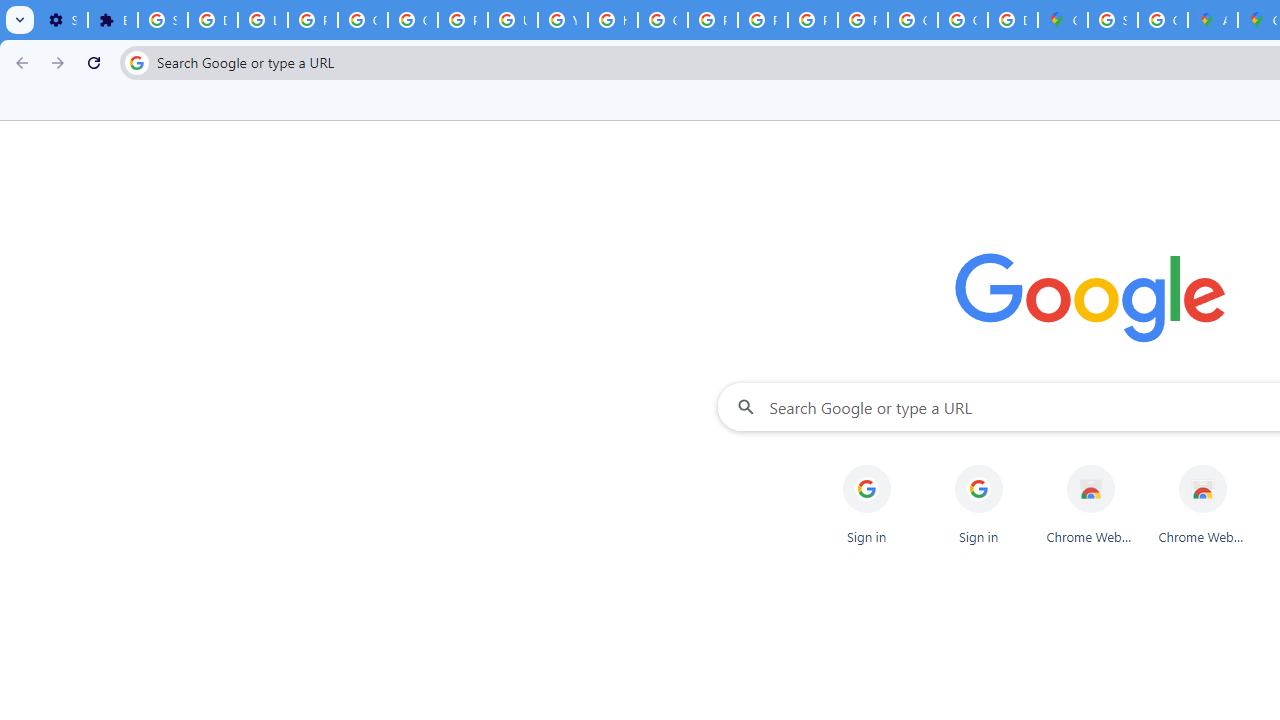 Image resolution: width=1280 pixels, height=720 pixels. Describe the element at coordinates (712, 20) in the screenshot. I see `'Privacy Help Center - Policies Help'` at that location.